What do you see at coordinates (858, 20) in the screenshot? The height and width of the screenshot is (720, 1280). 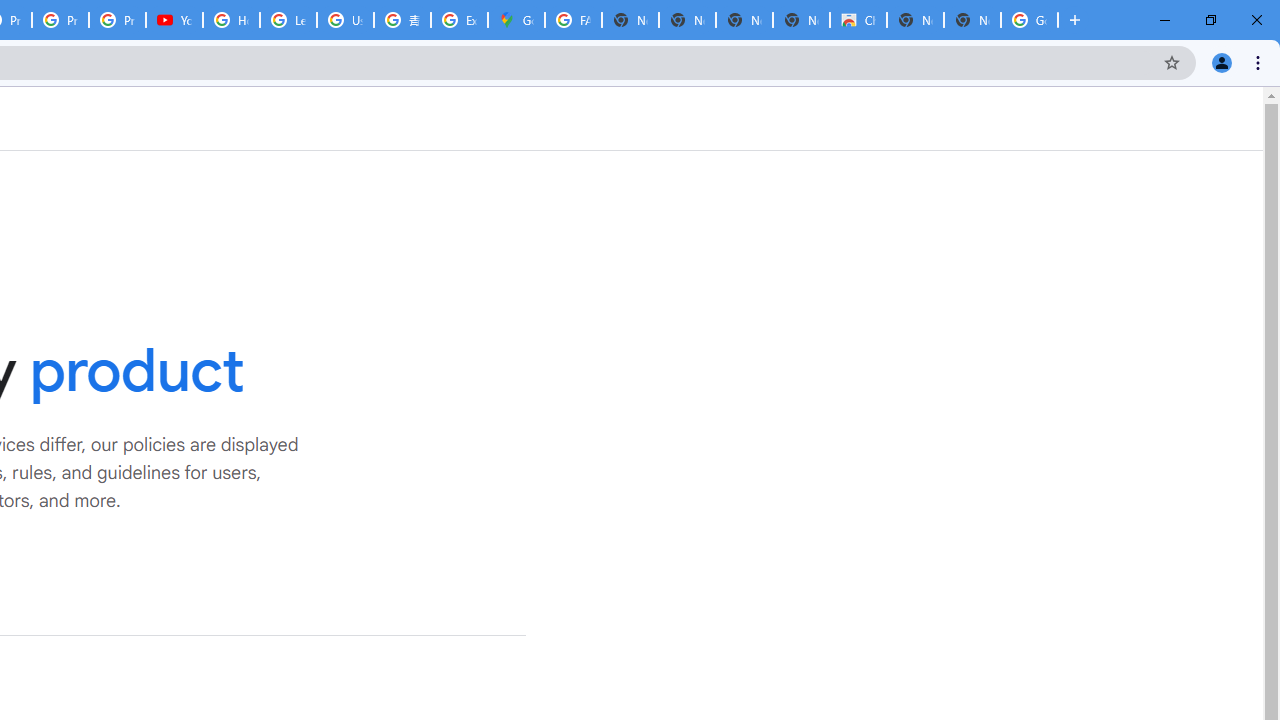 I see `'Chrome Web Store'` at bounding box center [858, 20].